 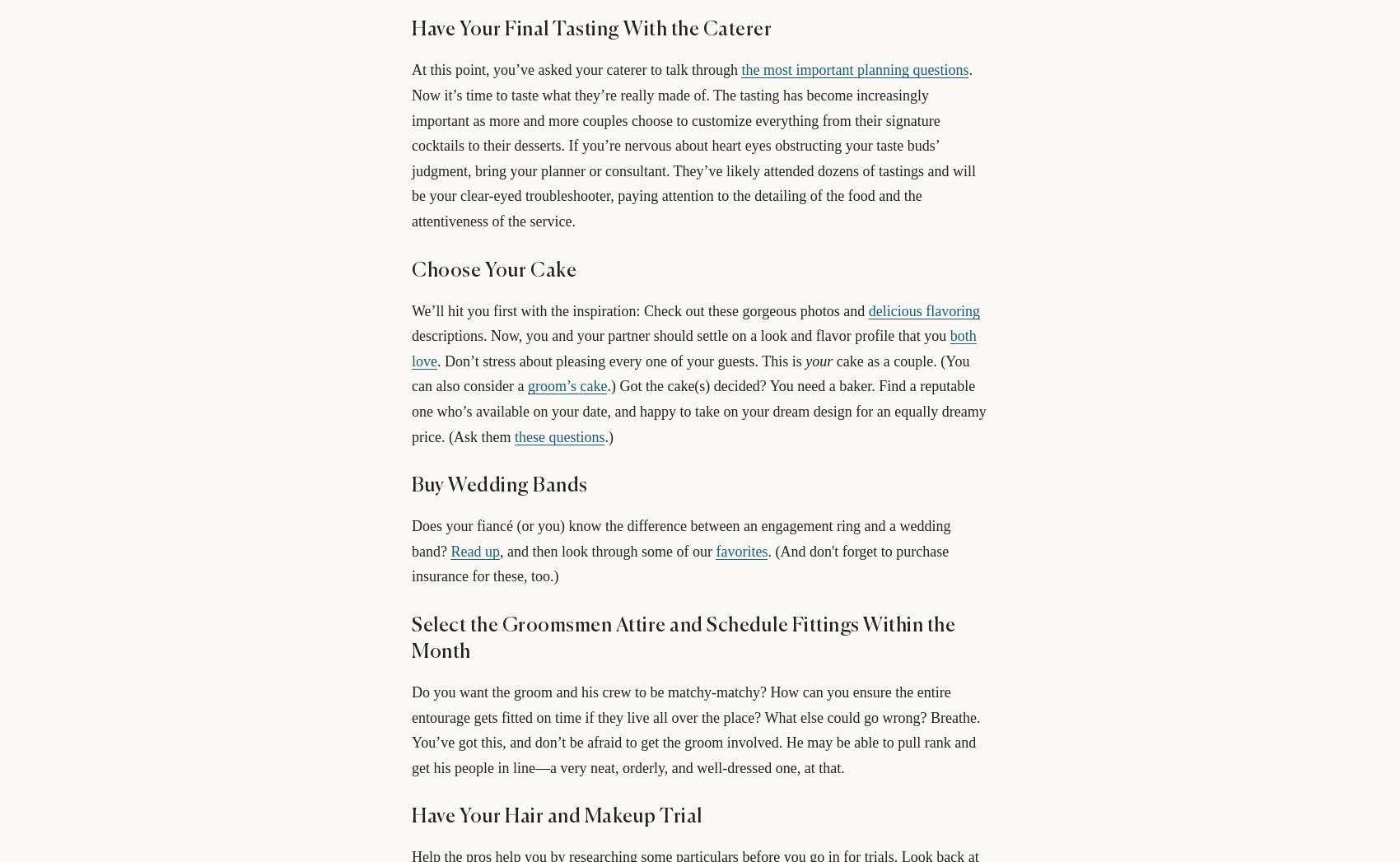 I want to click on 'Have Your Hair and Makeup Trial', so click(x=411, y=816).